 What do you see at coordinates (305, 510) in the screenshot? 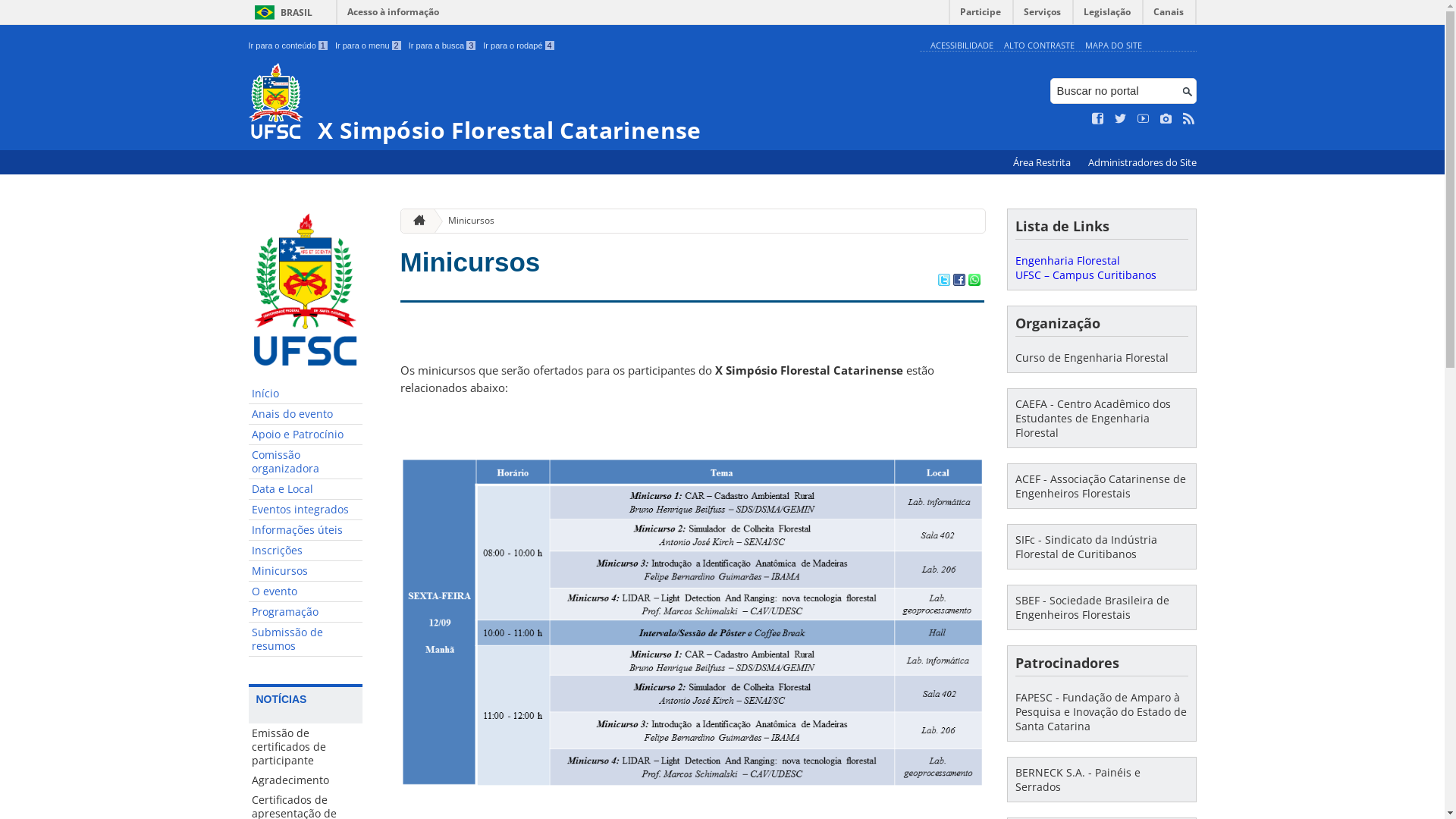
I see `'Eventos integrados'` at bounding box center [305, 510].